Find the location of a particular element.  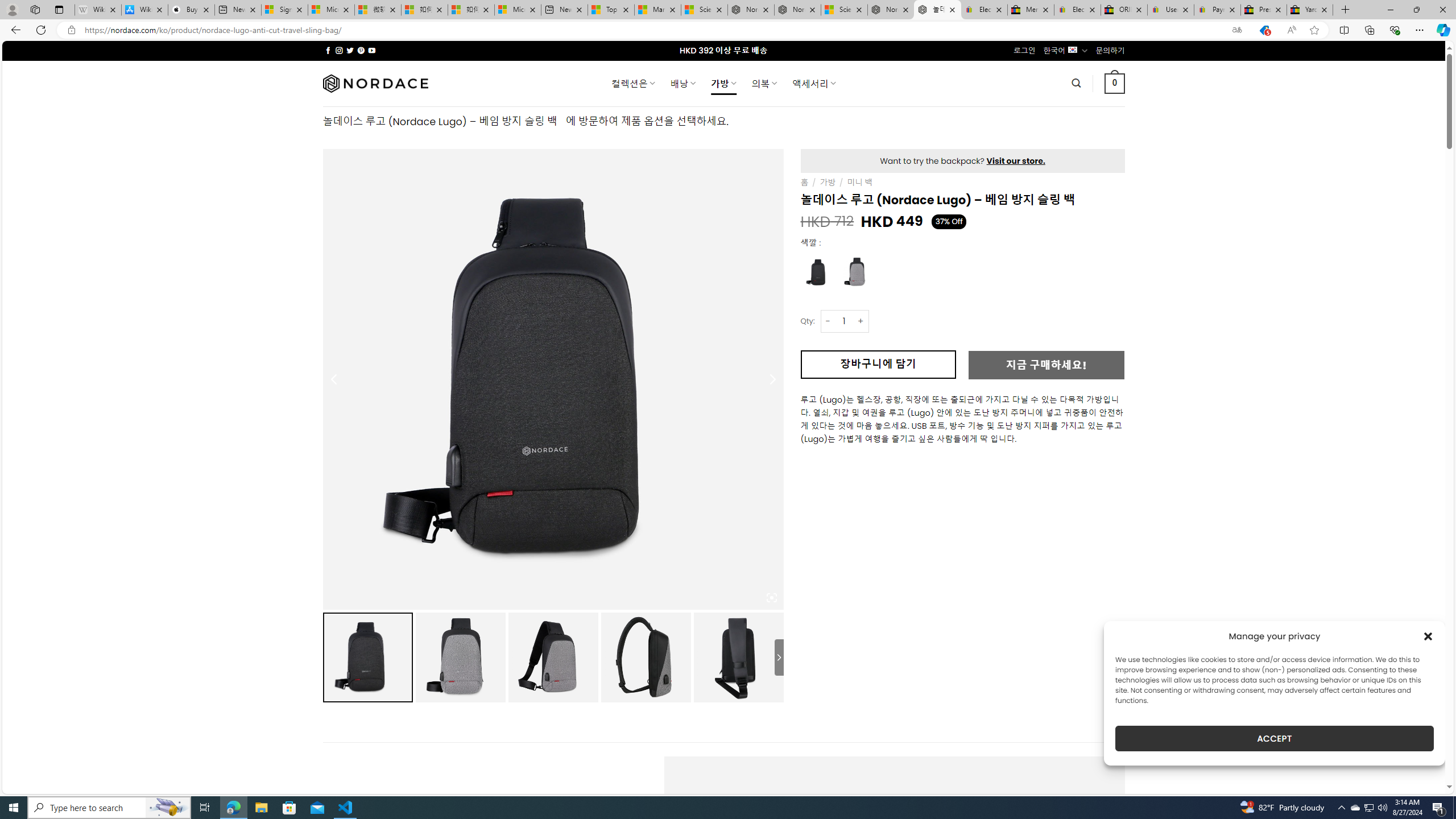

'ACCEPT' is located at coordinates (1275, 738).